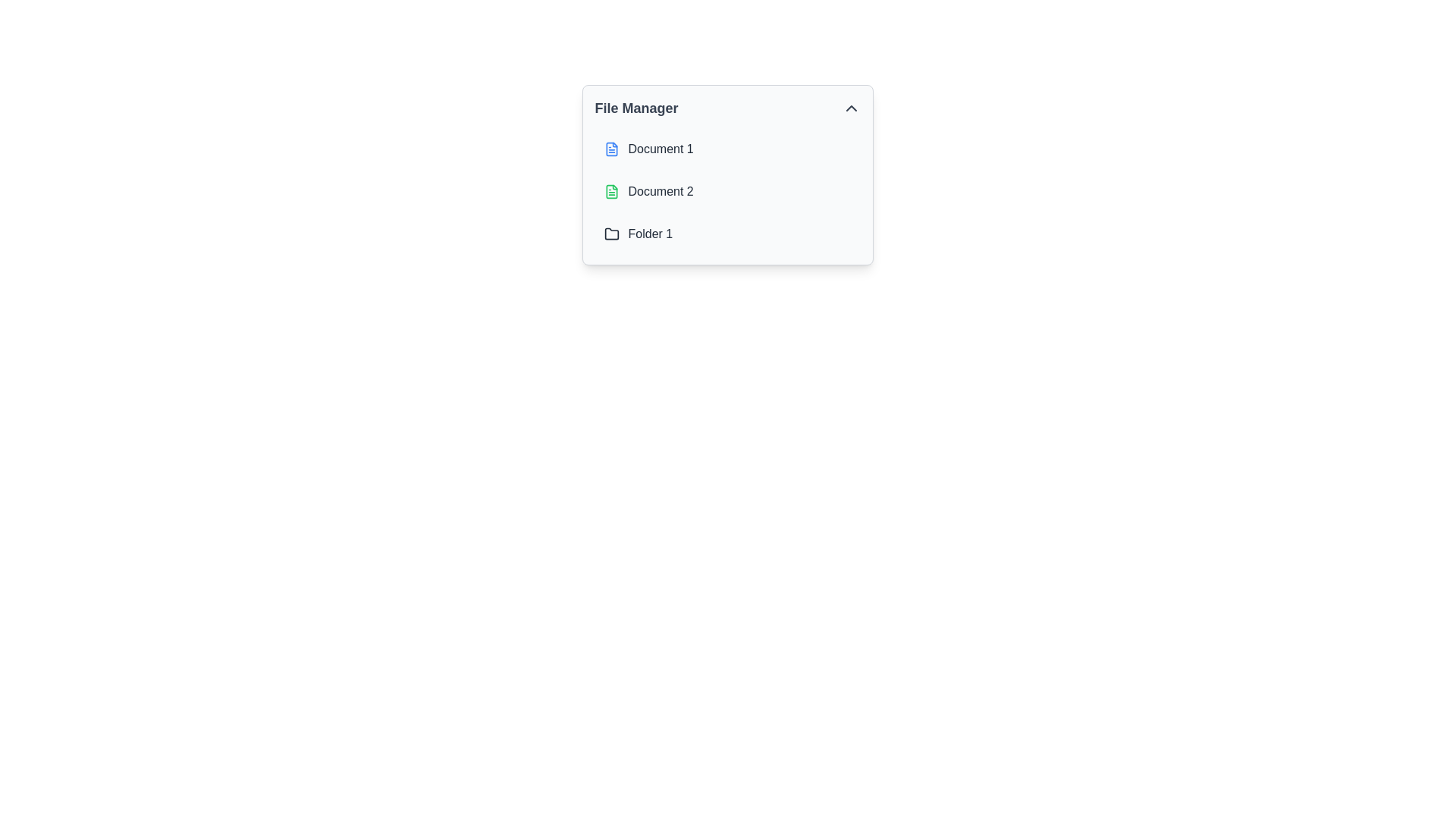 The height and width of the screenshot is (819, 1456). What do you see at coordinates (611, 191) in the screenshot?
I see `the green file icon located to the immediate left of the 'Document 2' text label in the File Manager interface to indicate its active status` at bounding box center [611, 191].